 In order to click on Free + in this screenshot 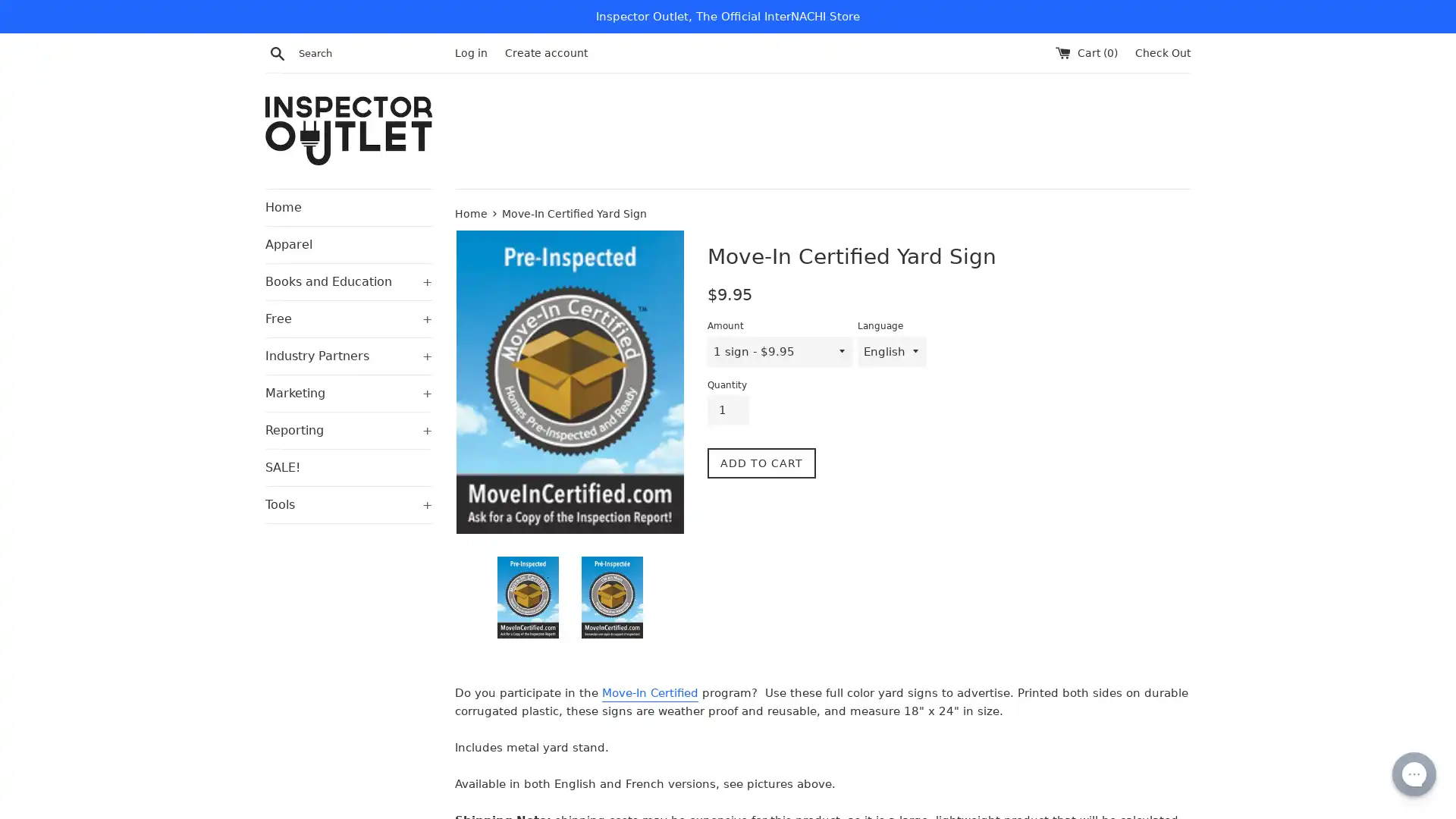, I will do `click(348, 318)`.